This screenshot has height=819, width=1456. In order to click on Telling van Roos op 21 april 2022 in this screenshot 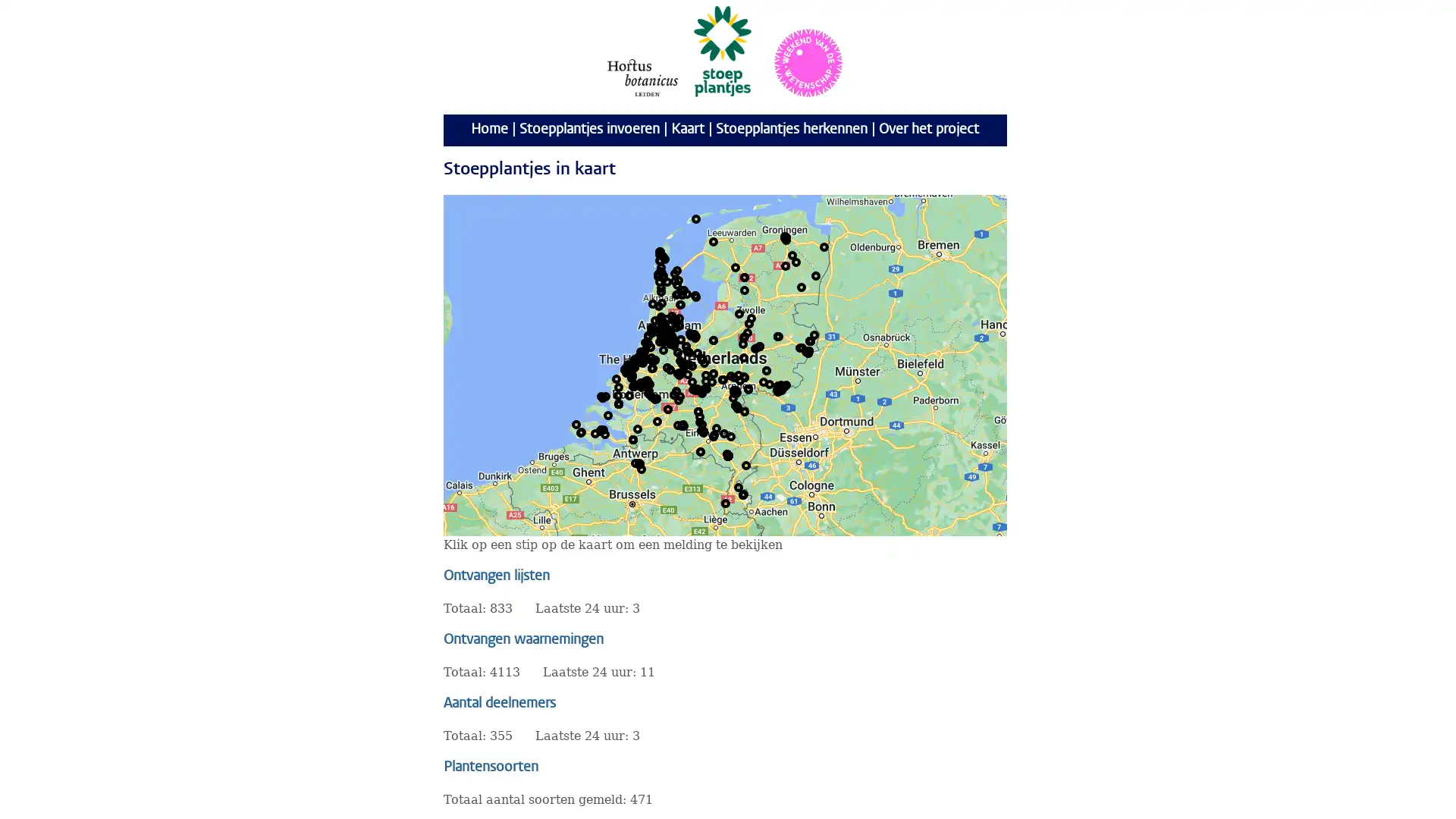, I will do `click(669, 333)`.